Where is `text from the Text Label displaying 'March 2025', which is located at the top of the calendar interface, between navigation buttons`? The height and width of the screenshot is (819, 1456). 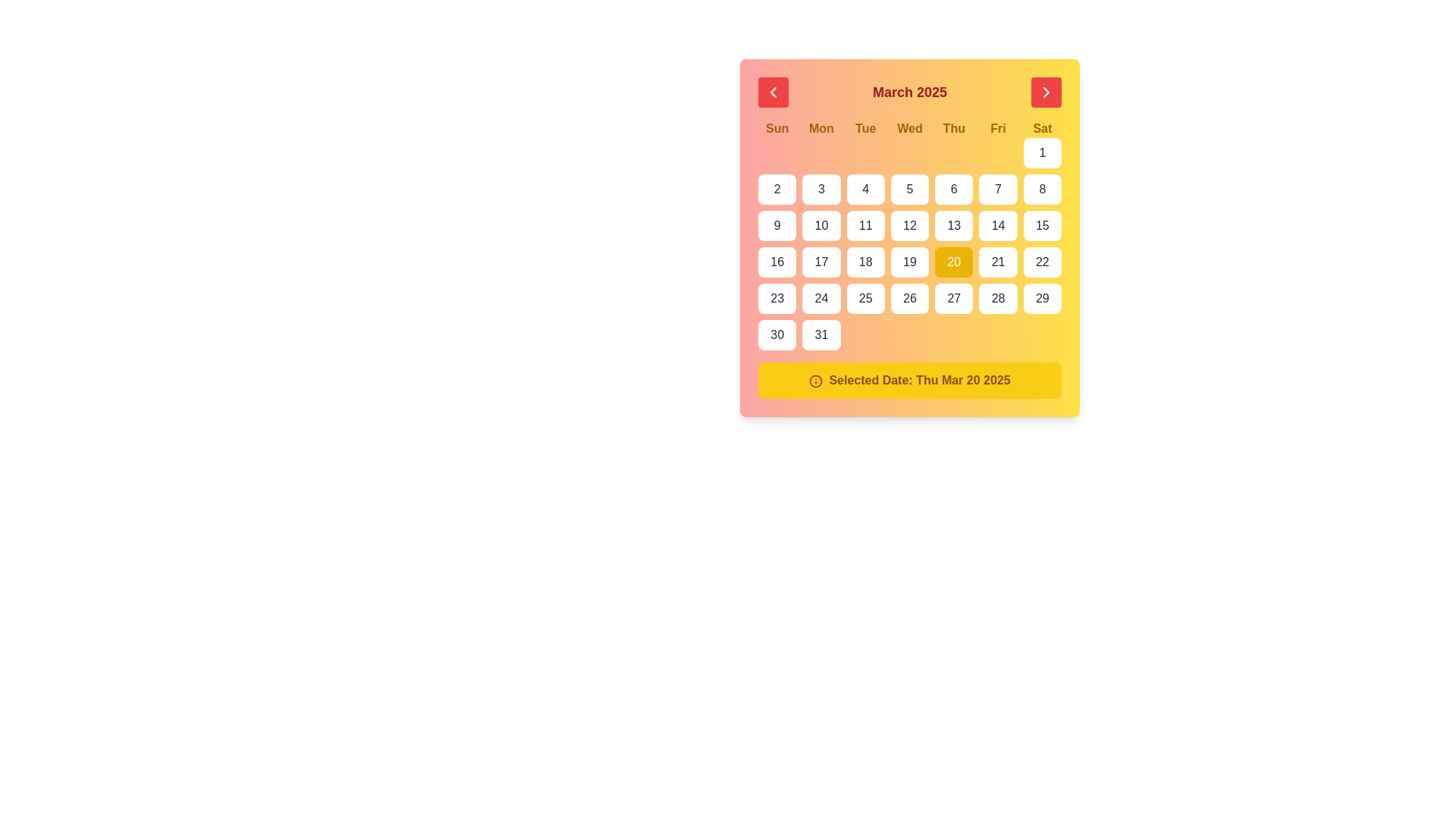 text from the Text Label displaying 'March 2025', which is located at the top of the calendar interface, between navigation buttons is located at coordinates (910, 93).